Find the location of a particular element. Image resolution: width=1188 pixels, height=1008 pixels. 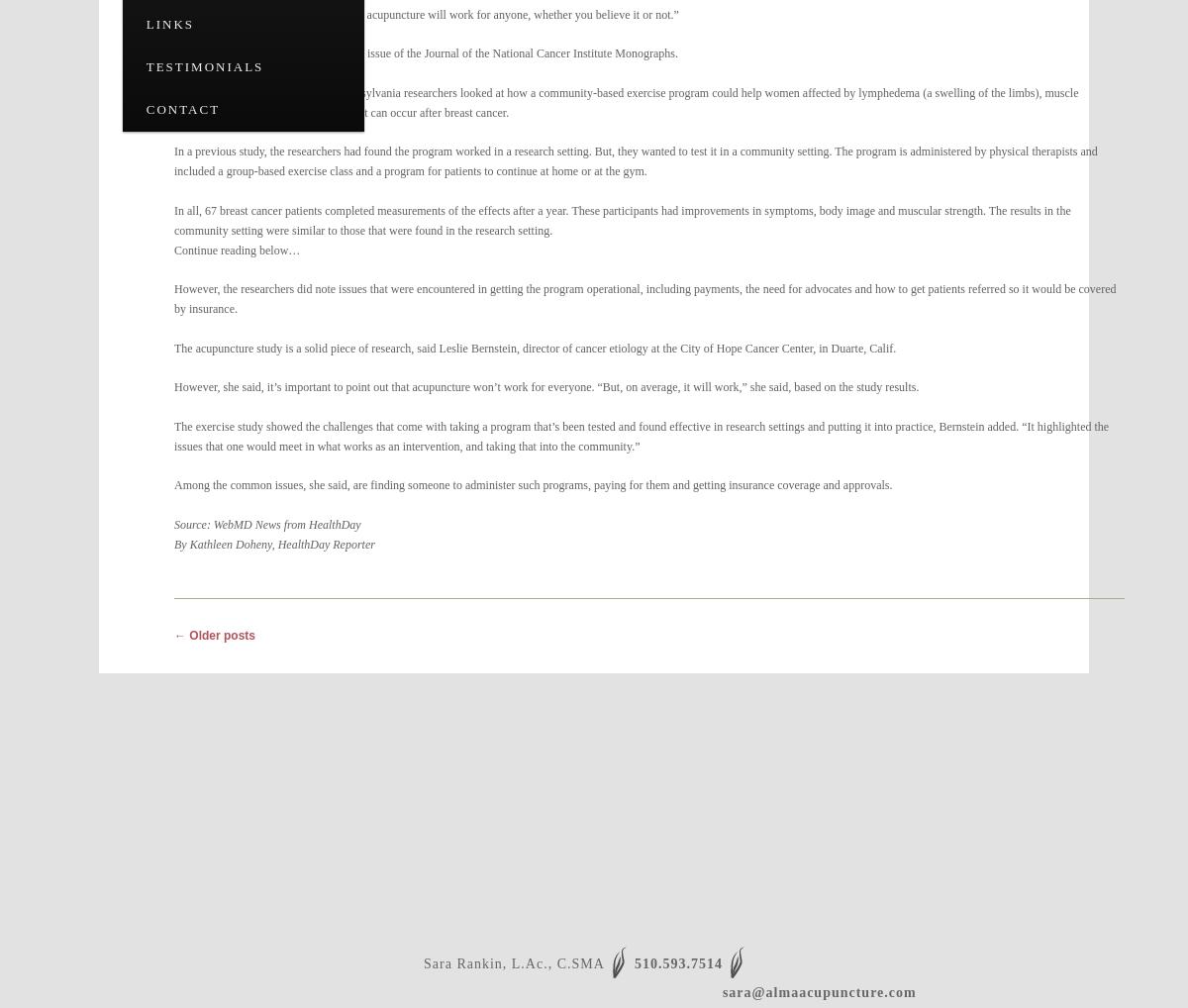

'The exercise study showed the challenges that come with taking a program that’s been tested and found effective in research settings and putting it into practice, Bernstein added. “It highlighted the issues that one would meet in what works as an intervention, and taking that into the community.”' is located at coordinates (173, 434).